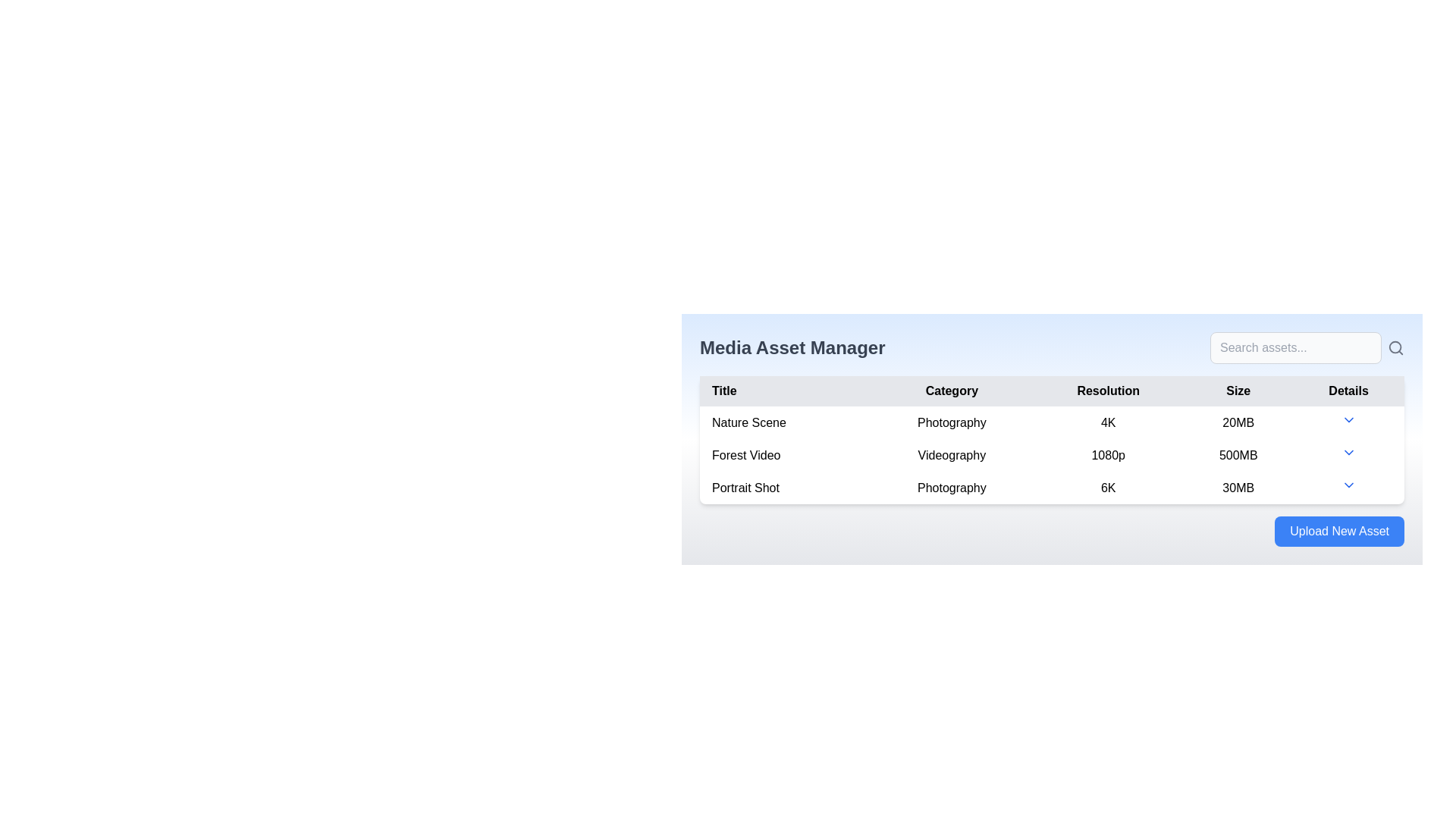  What do you see at coordinates (1348, 488) in the screenshot?
I see `the dropdown trigger/icon in the 'Details' column of the third row associated with 'Portrait Shot'` at bounding box center [1348, 488].